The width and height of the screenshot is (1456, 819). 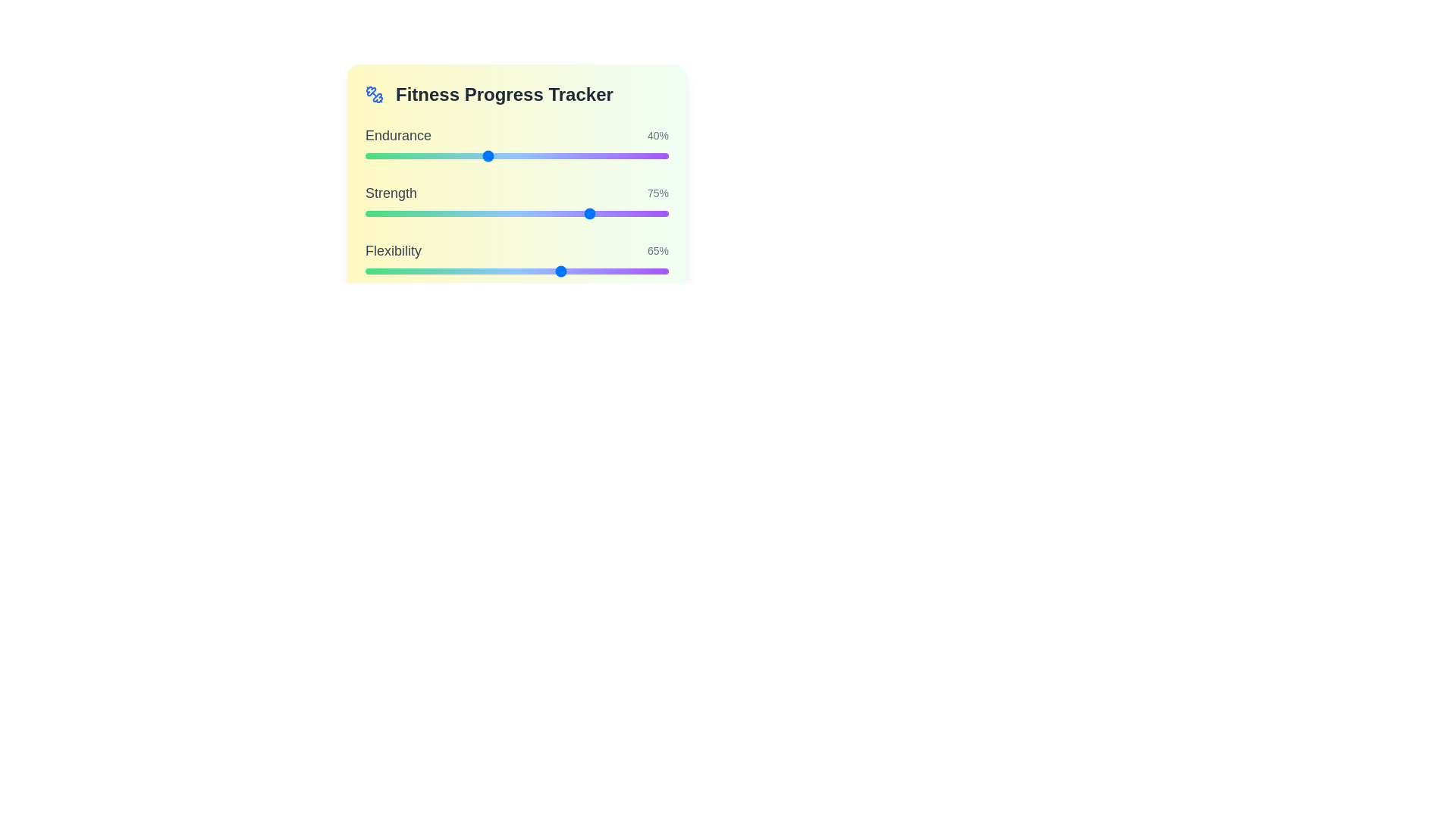 What do you see at coordinates (391, 192) in the screenshot?
I see `the 'Strength' text label, which is styled with a medium font weight, gray color, and capitalized text, located in the 'Fitness Progress Tracker' widget above the strength progress bar` at bounding box center [391, 192].